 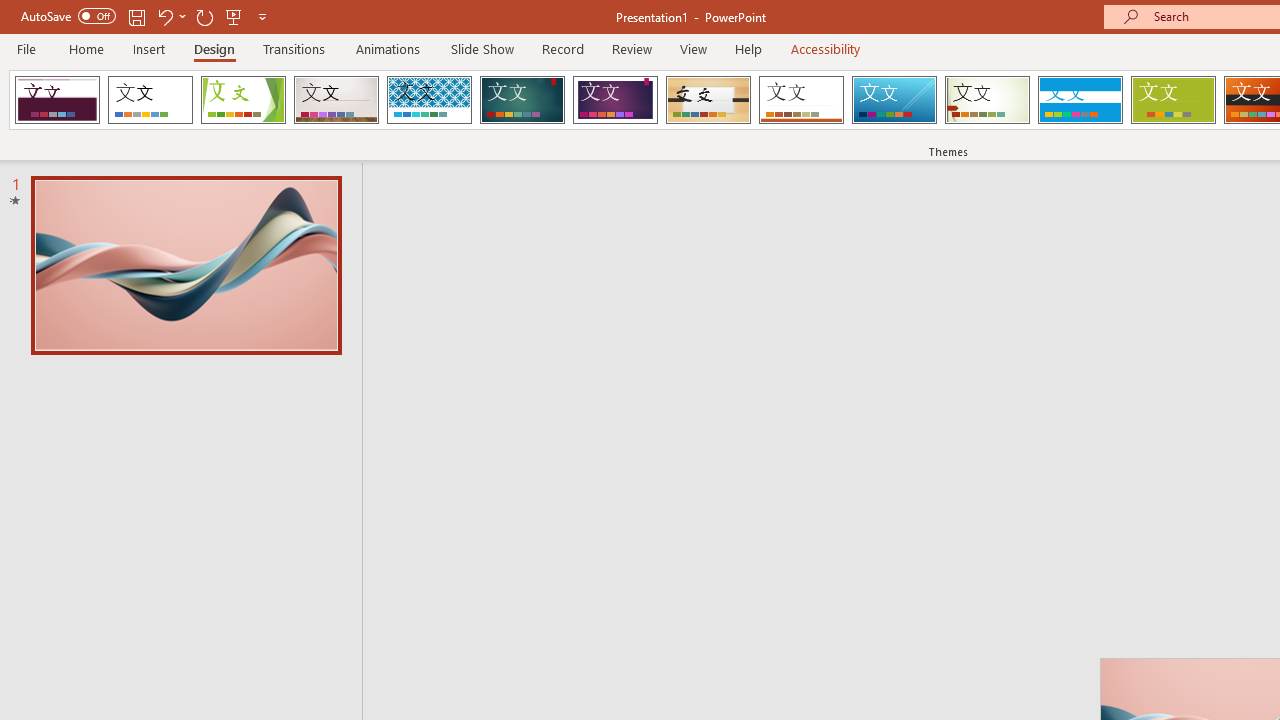 I want to click on 'Office Theme', so click(x=149, y=100).